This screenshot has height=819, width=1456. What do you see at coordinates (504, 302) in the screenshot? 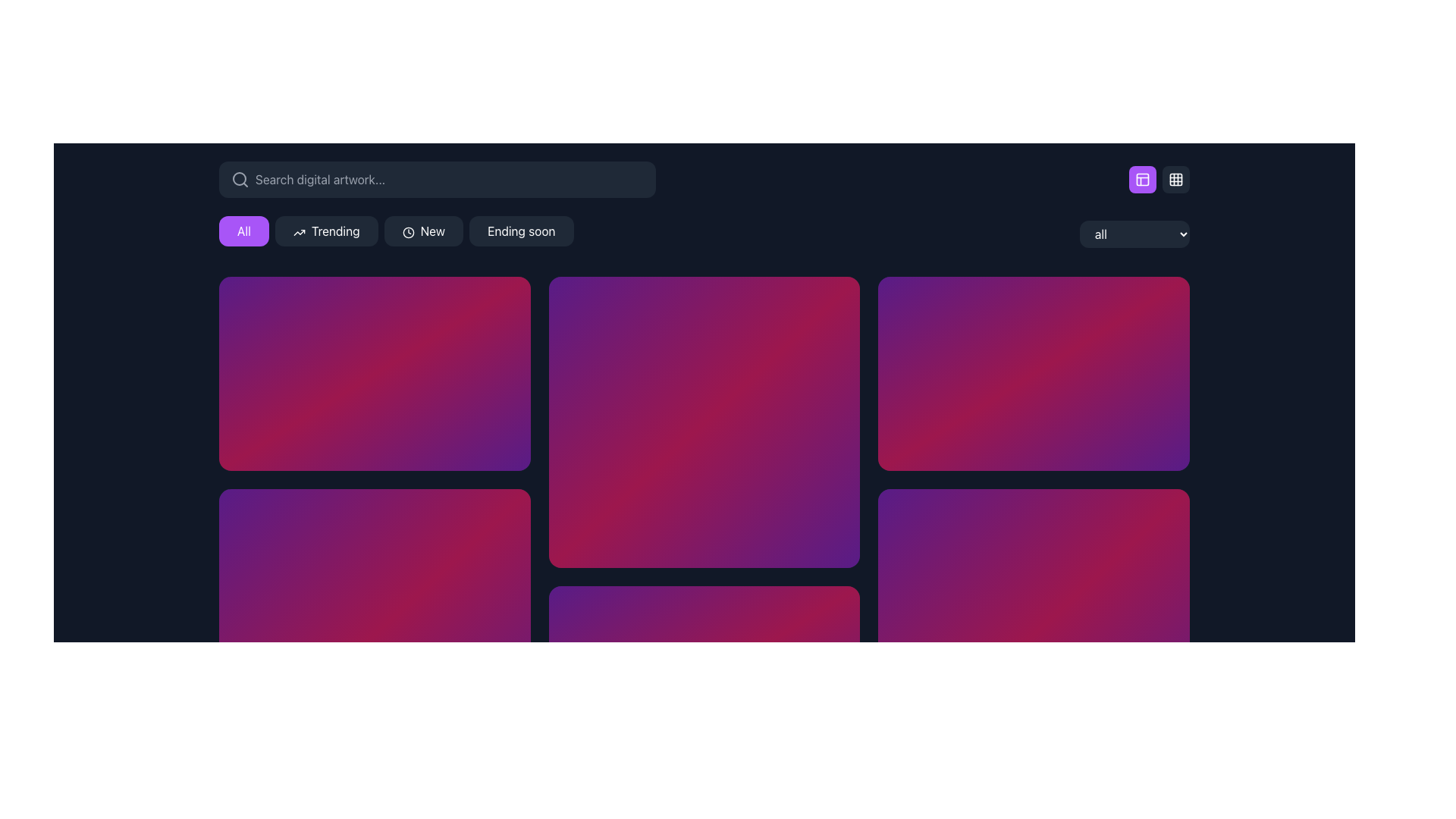
I see `the zoom button located at the top-right corner of the card, which is the second button in a horizontal group of buttons` at bounding box center [504, 302].